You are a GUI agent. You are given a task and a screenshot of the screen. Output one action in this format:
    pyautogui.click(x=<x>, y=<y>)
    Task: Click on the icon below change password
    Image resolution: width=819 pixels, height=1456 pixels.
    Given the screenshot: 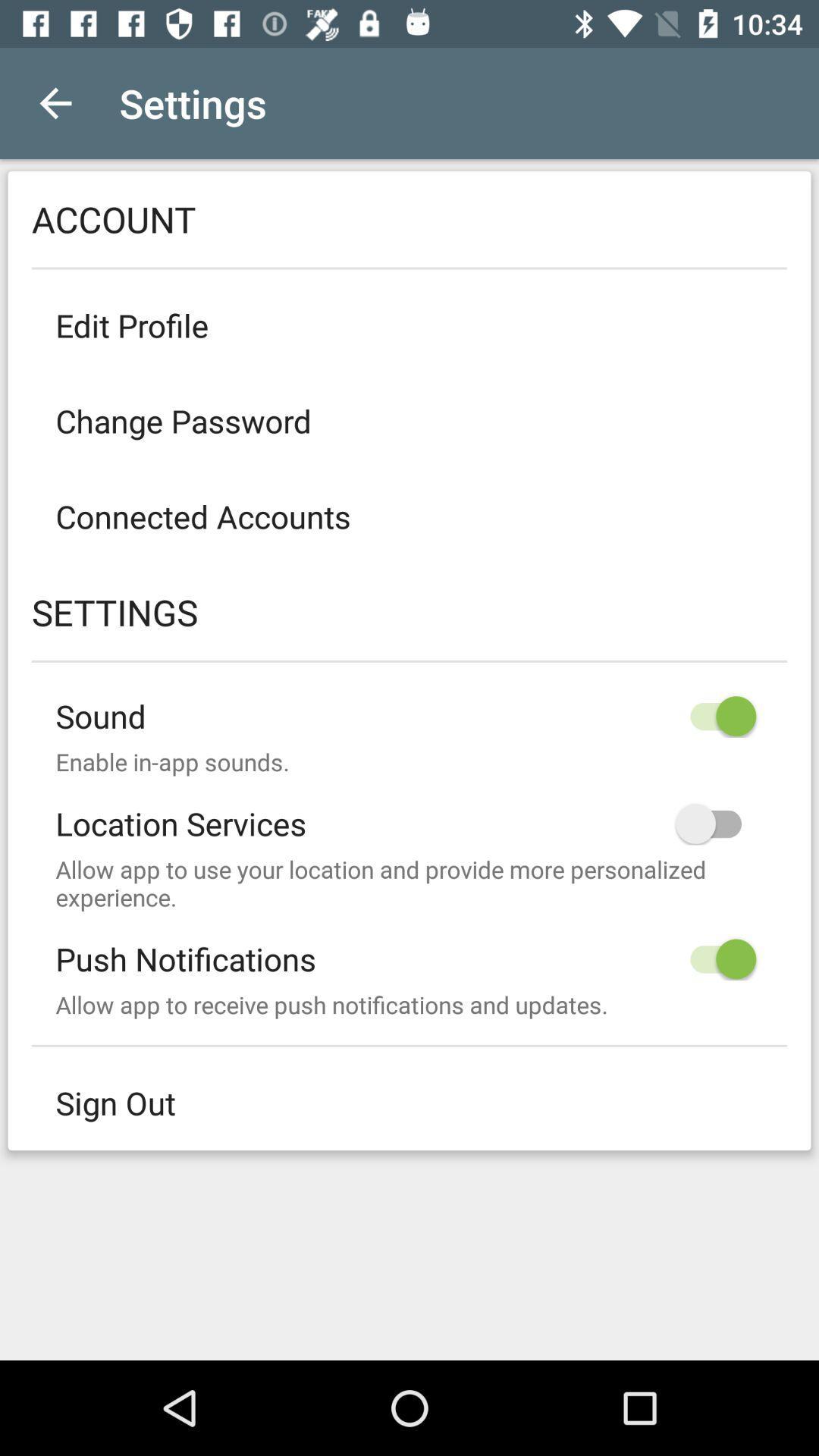 What is the action you would take?
    pyautogui.click(x=409, y=516)
    